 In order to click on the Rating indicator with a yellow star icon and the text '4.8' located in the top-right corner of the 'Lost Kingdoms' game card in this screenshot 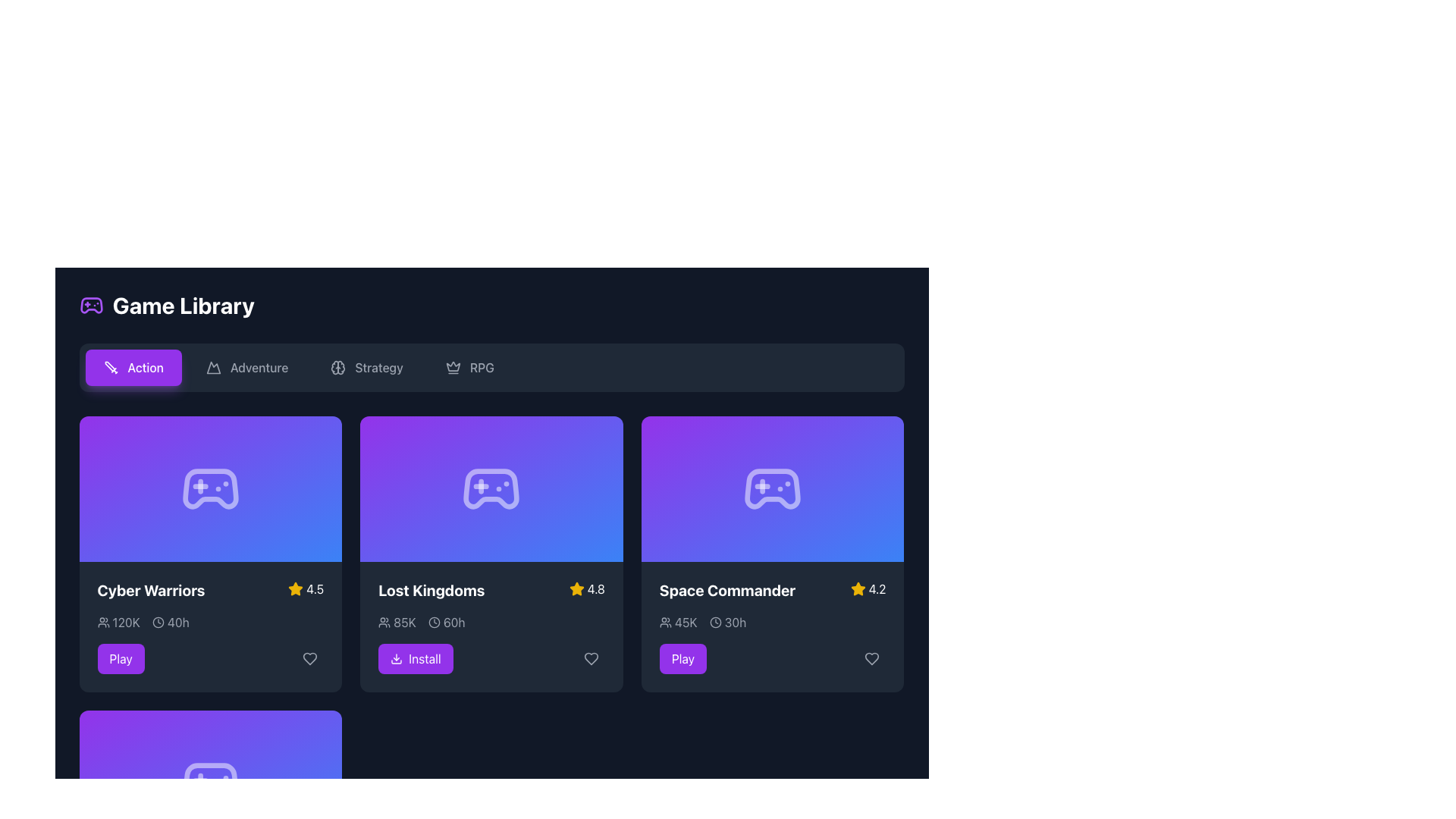, I will do `click(586, 588)`.